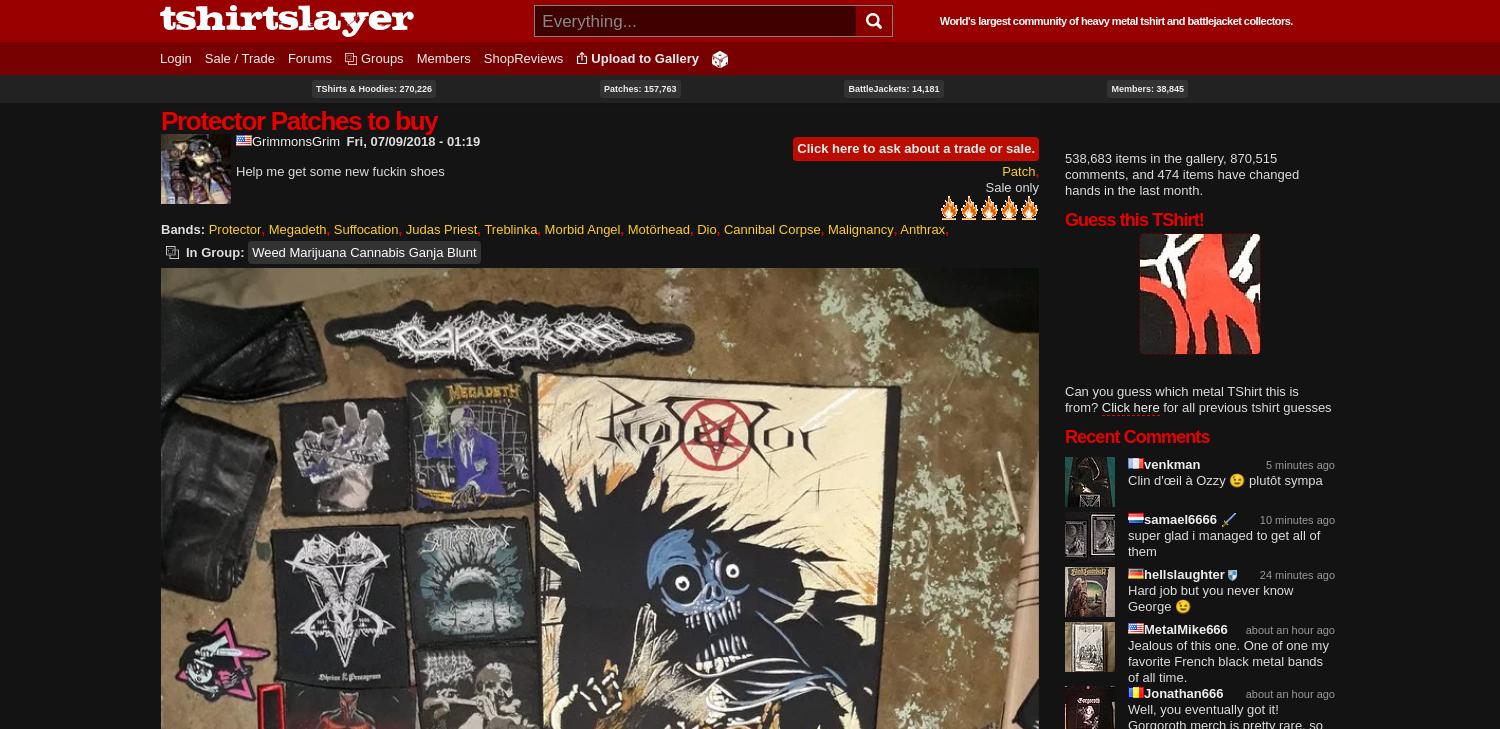  What do you see at coordinates (1064, 217) in the screenshot?
I see `'Guess this TShirt!'` at bounding box center [1064, 217].